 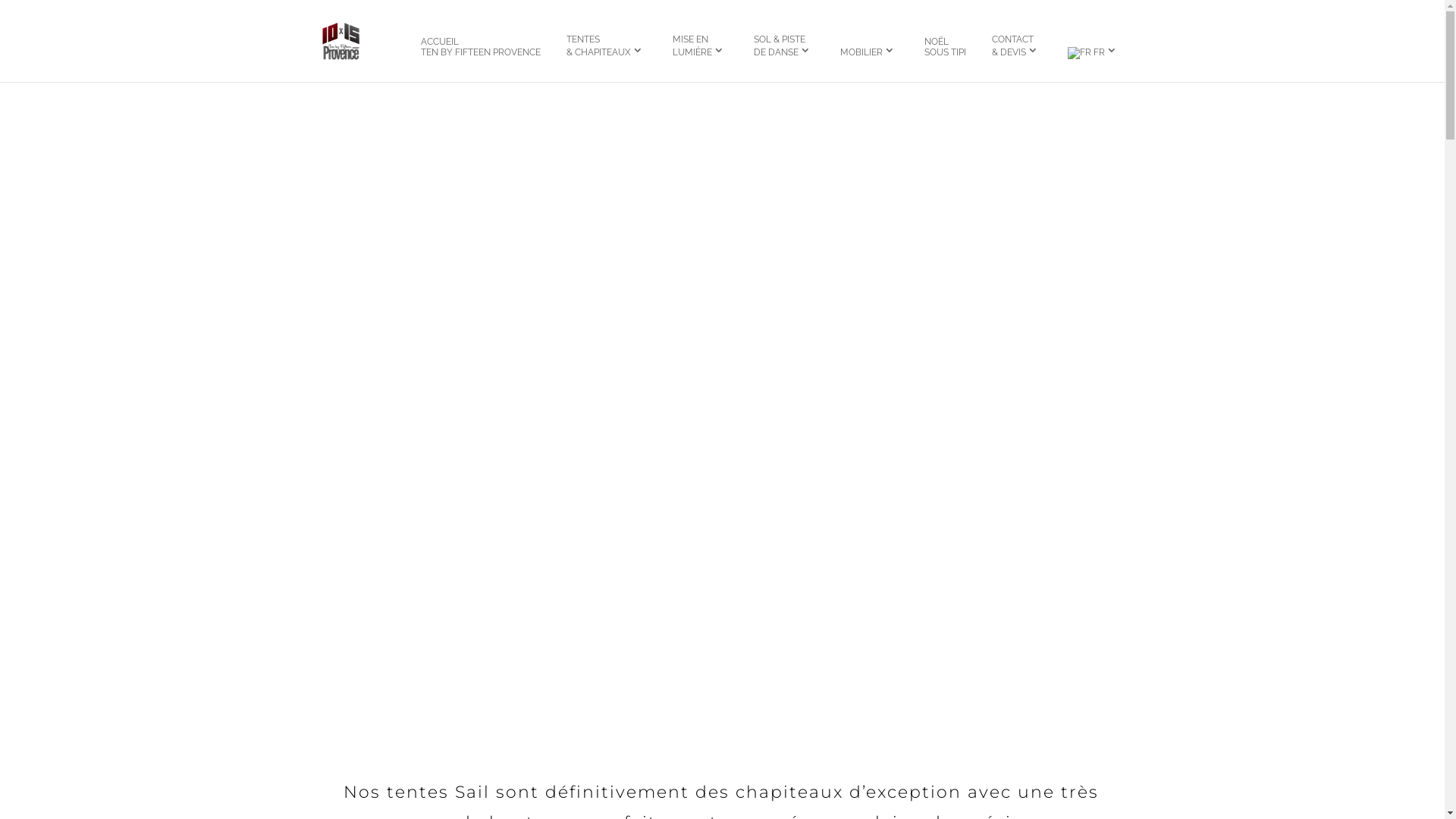 I want to click on 'CONTACT, so click(x=1015, y=51).